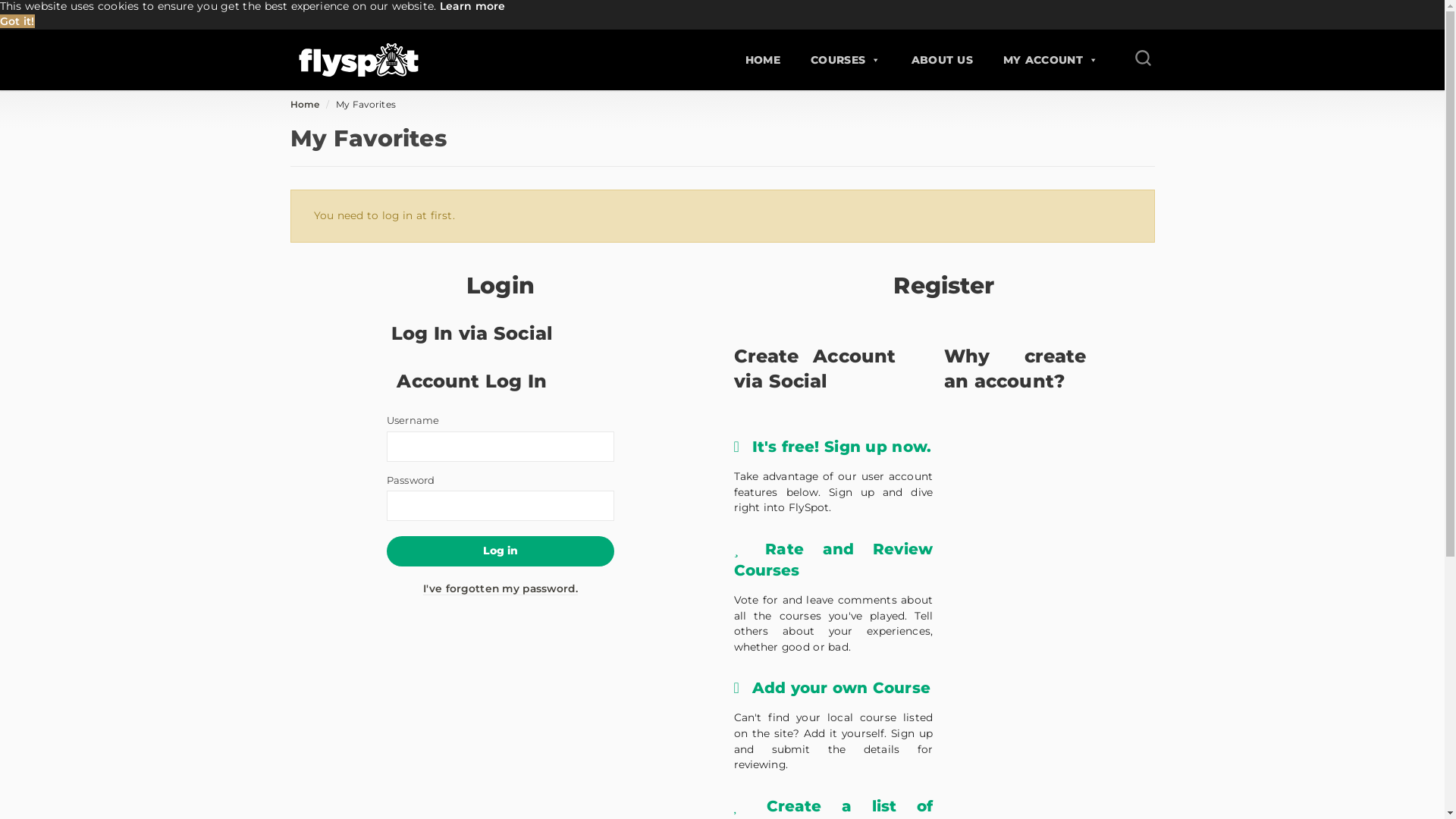 The height and width of the screenshot is (819, 1456). Describe the element at coordinates (500, 588) in the screenshot. I see `'I've forgotten my password.'` at that location.